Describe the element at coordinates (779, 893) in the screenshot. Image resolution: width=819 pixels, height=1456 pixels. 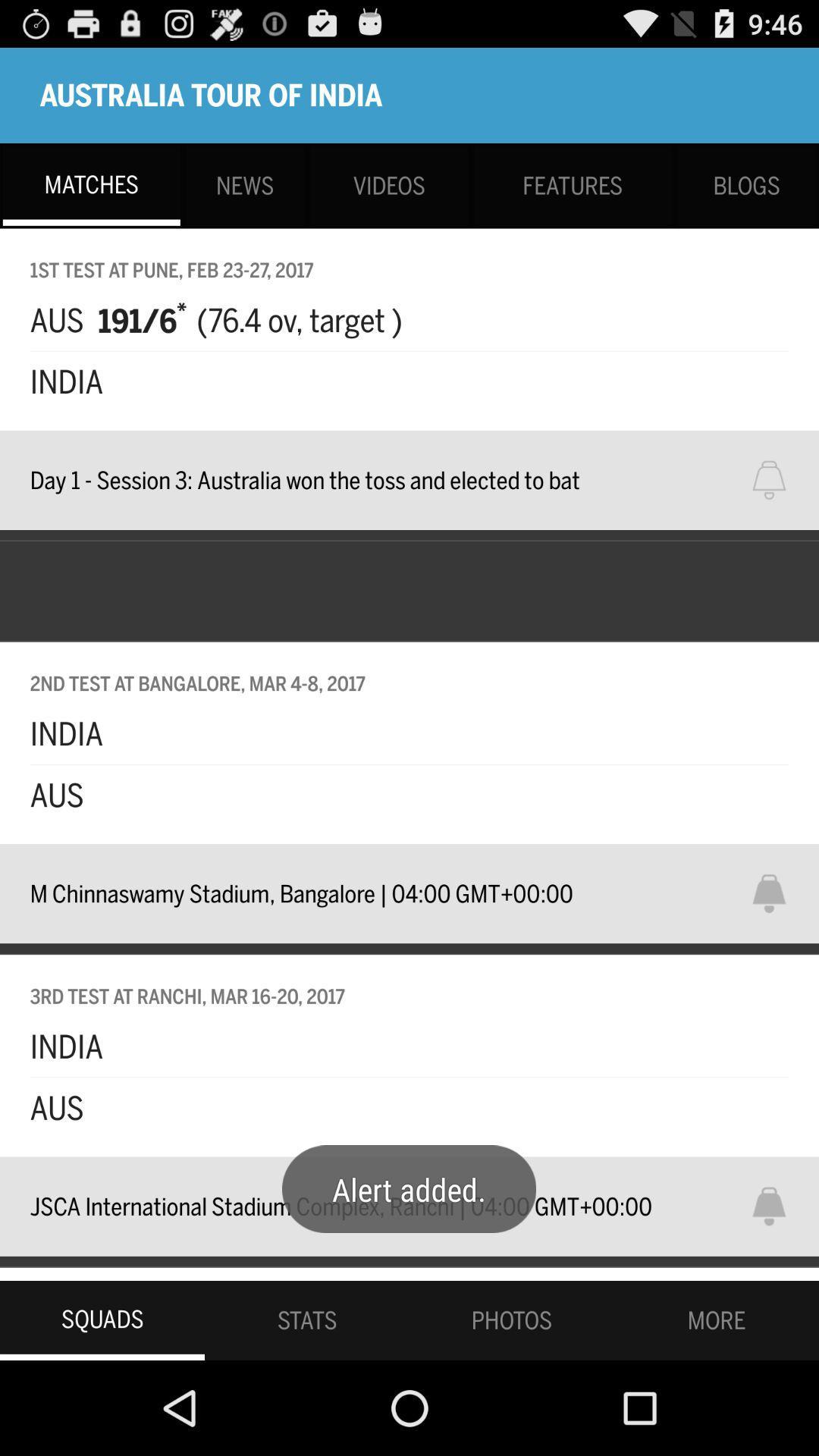
I see `notification` at that location.